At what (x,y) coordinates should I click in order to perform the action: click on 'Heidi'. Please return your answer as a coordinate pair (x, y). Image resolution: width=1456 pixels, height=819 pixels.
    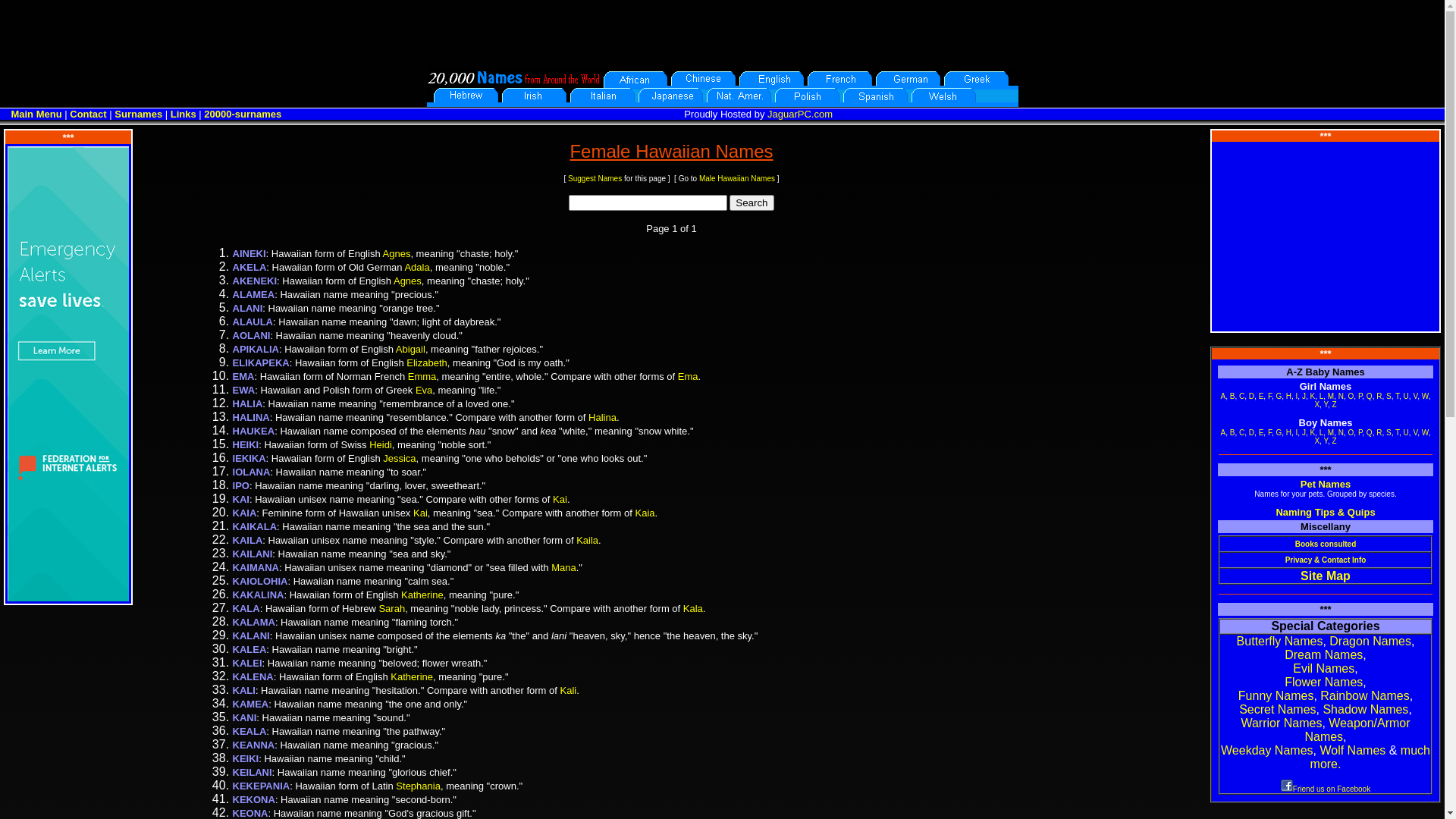
    Looking at the image, I should click on (381, 444).